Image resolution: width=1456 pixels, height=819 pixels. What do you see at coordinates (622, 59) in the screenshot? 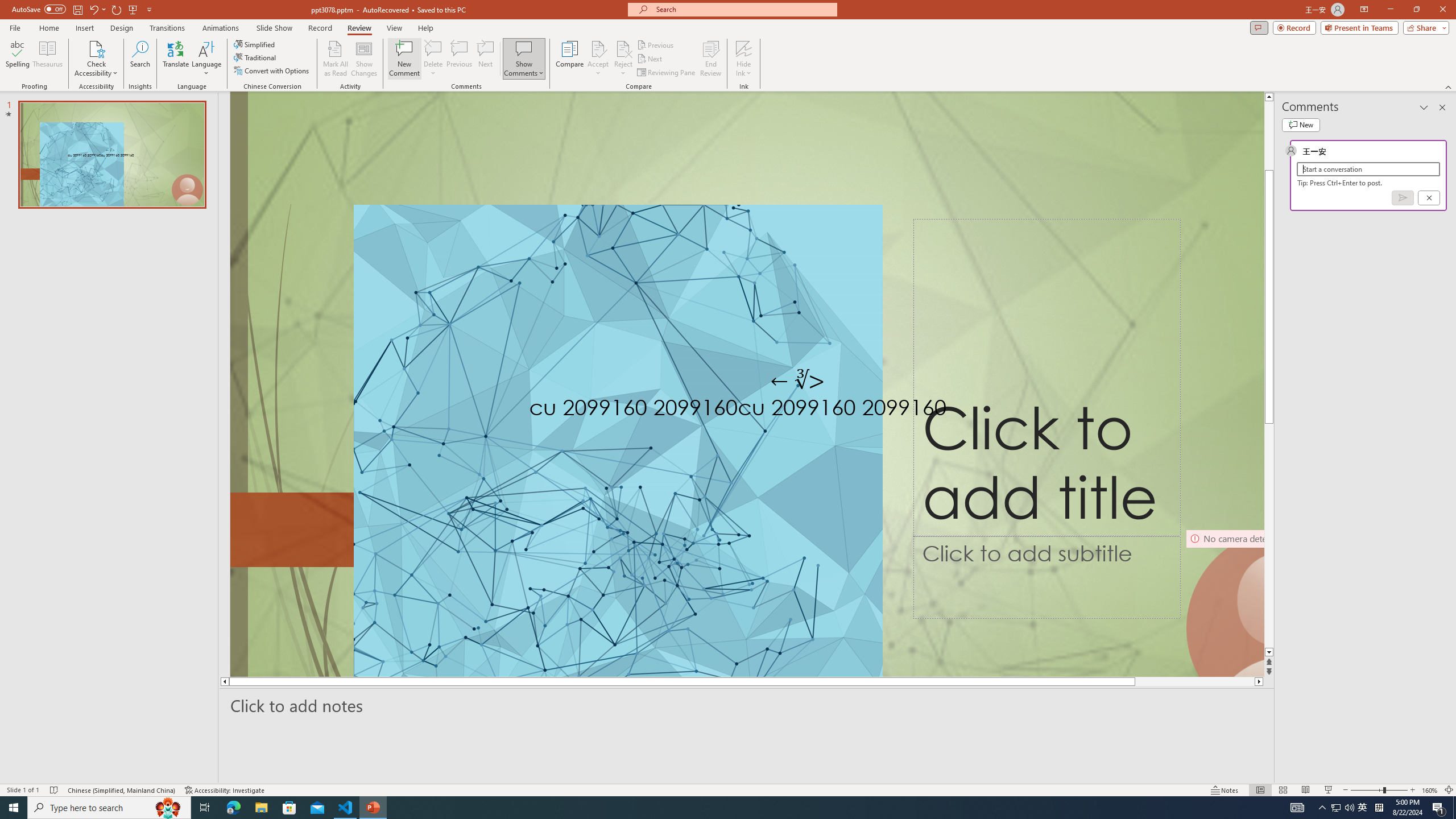
I see `'Reject'` at bounding box center [622, 59].